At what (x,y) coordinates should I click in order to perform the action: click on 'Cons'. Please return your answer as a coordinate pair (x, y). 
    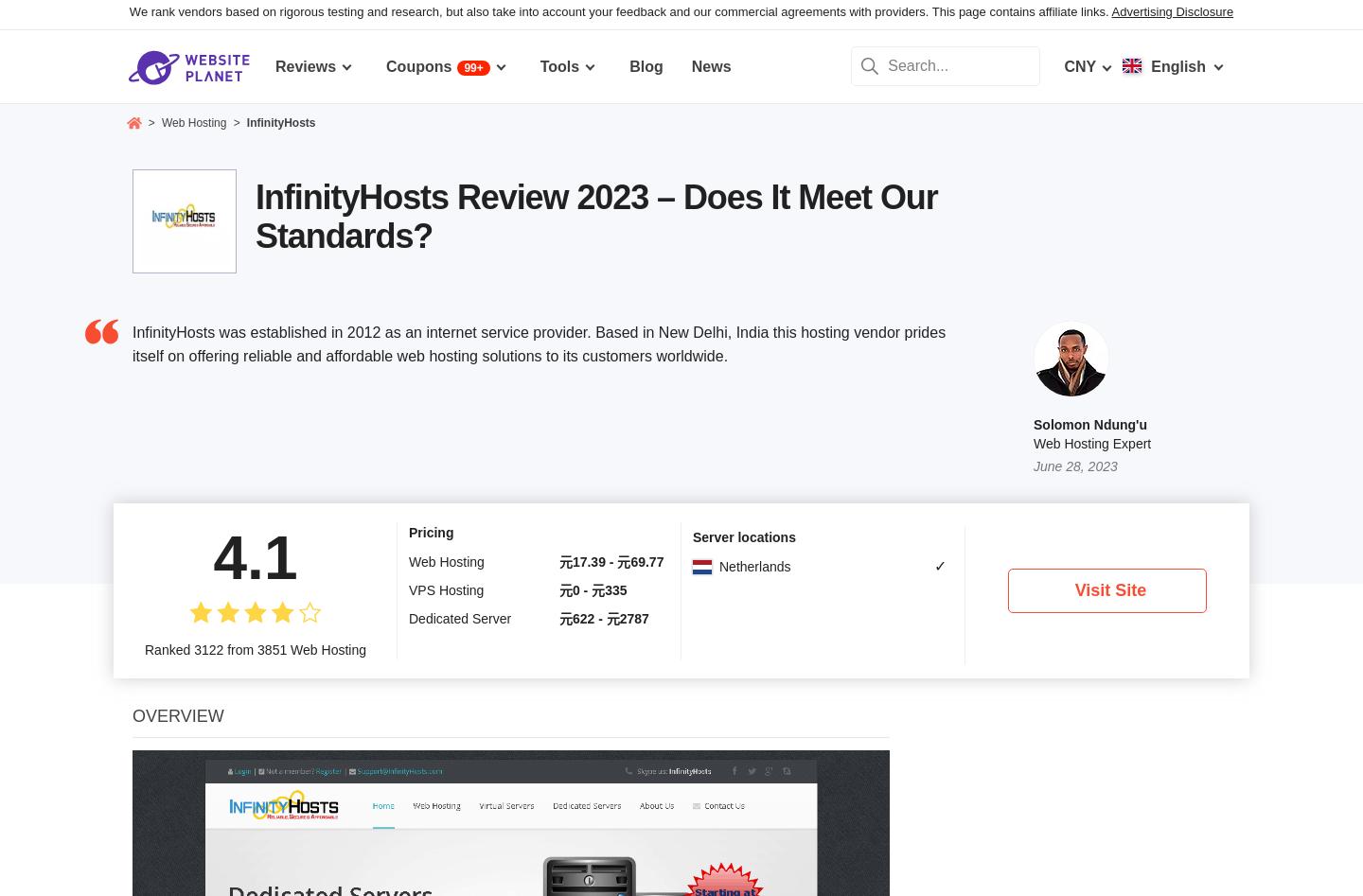
    Looking at the image, I should click on (155, 576).